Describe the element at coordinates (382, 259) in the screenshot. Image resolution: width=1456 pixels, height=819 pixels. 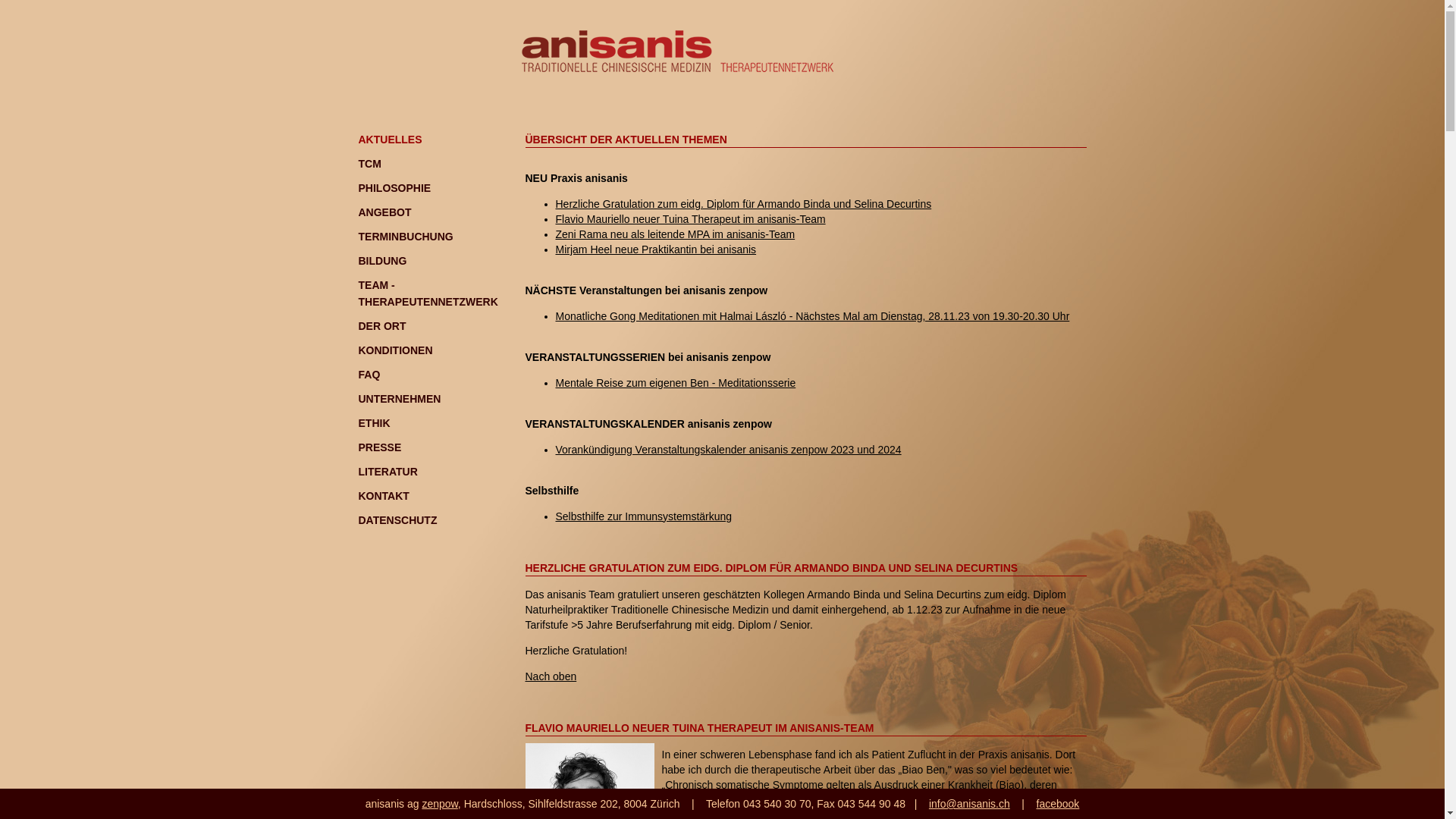
I see `'BILDUNG'` at that location.